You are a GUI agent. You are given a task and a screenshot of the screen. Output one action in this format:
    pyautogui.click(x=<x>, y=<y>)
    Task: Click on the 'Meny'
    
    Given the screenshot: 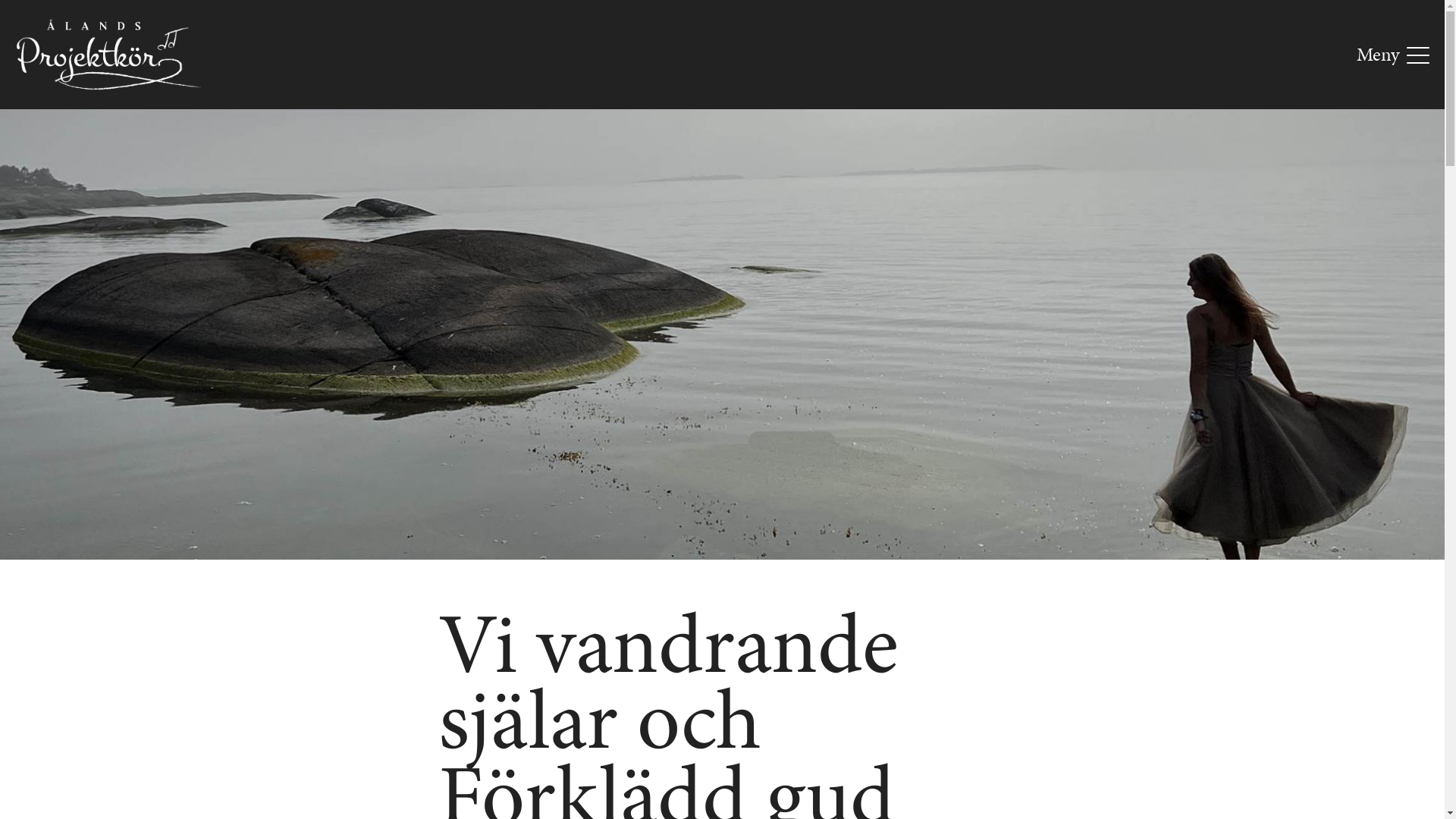 What is the action you would take?
    pyautogui.click(x=1393, y=54)
    